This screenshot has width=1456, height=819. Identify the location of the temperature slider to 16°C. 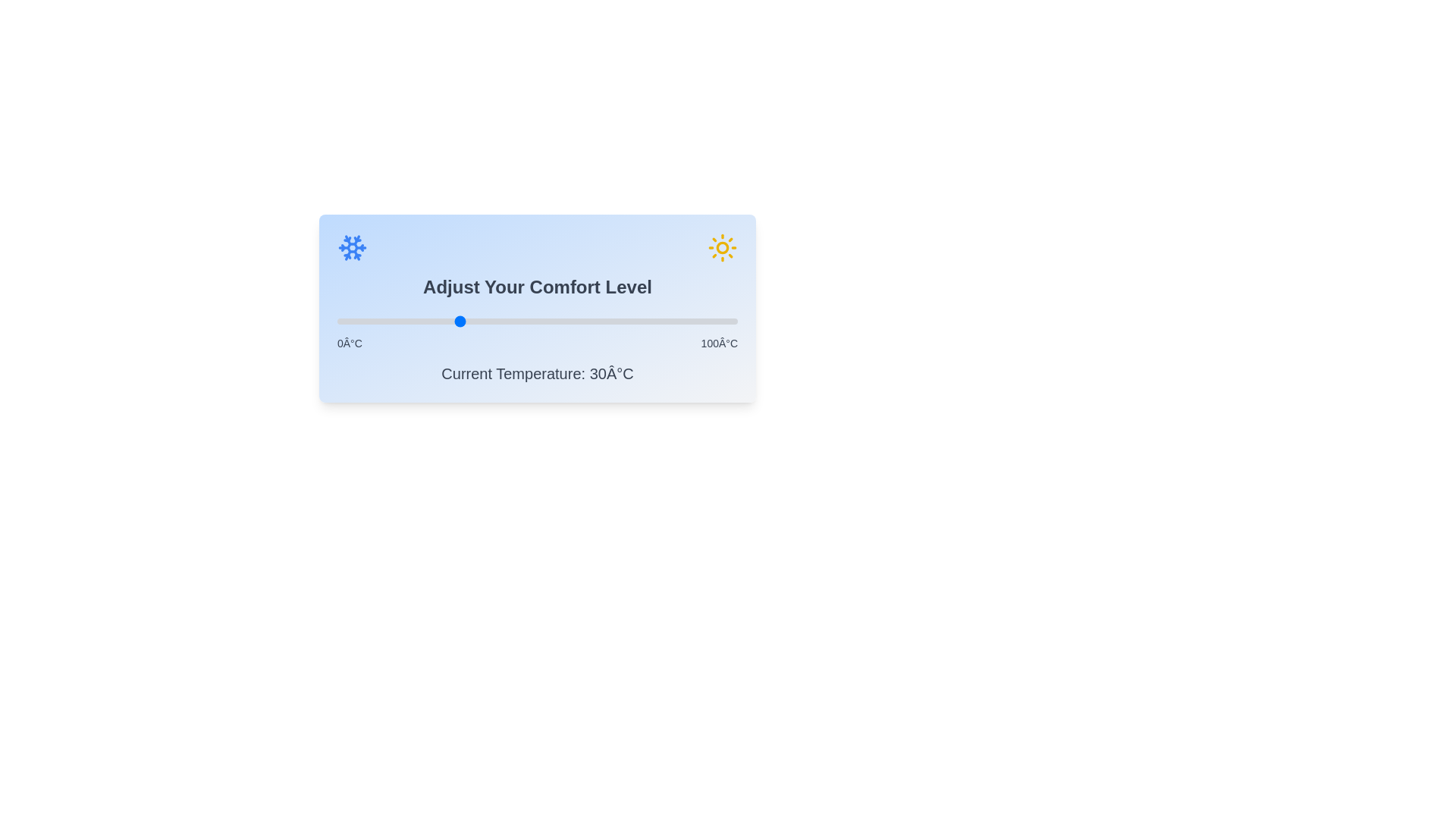
(401, 321).